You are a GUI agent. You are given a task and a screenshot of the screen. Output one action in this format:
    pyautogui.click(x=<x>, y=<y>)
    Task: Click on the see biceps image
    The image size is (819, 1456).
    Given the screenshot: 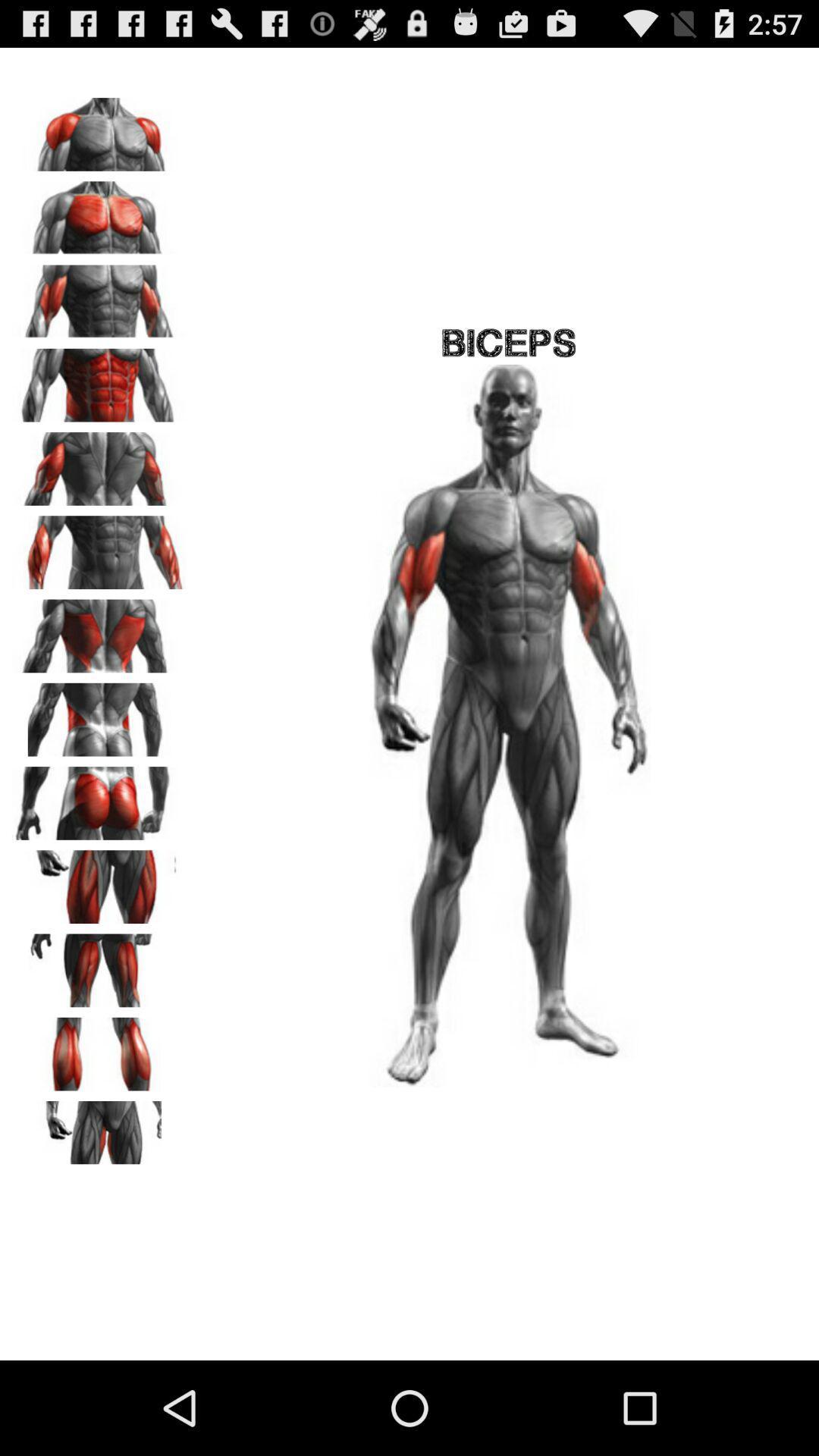 What is the action you would take?
    pyautogui.click(x=99, y=546)
    